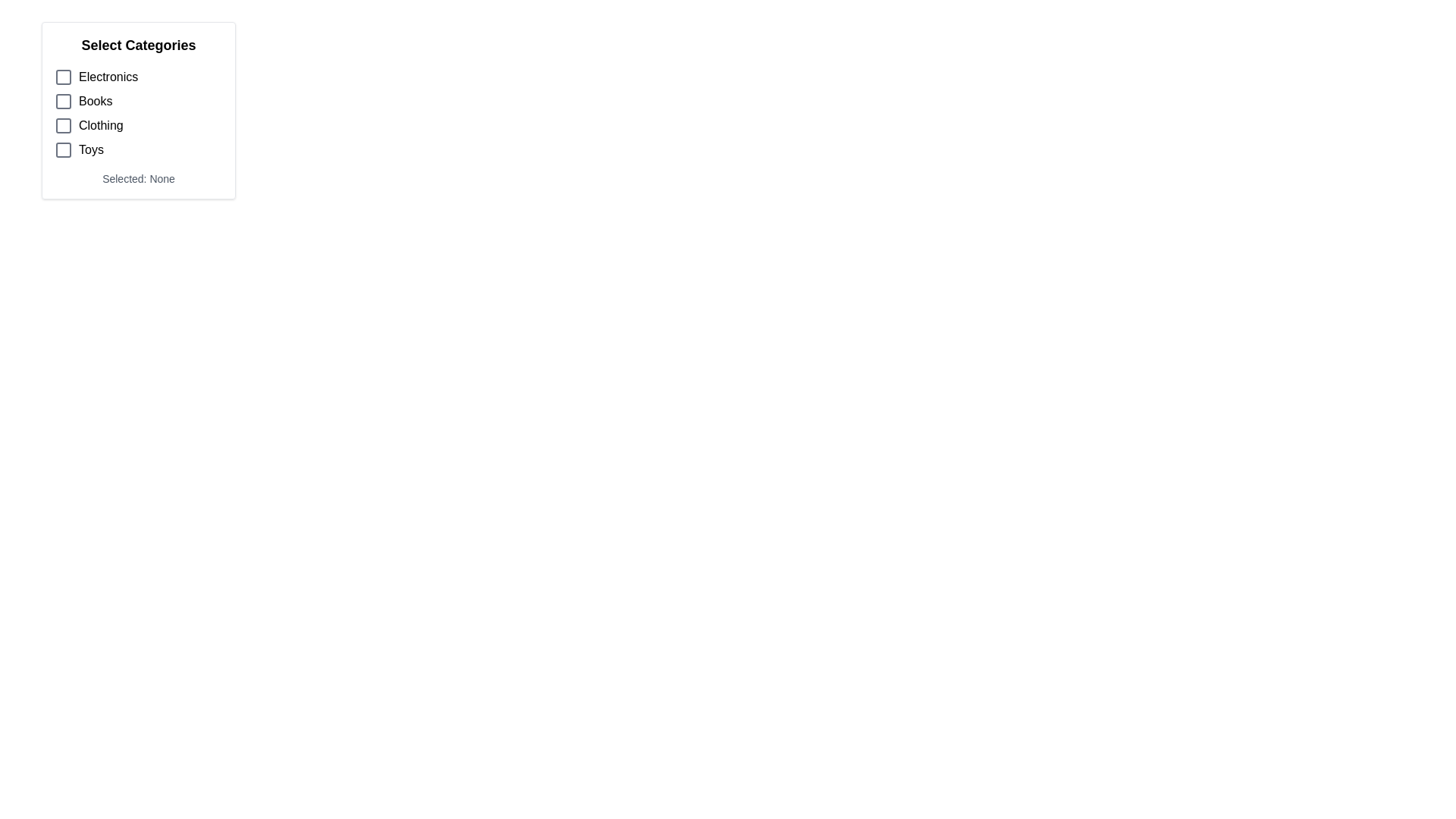 This screenshot has width=1456, height=819. Describe the element at coordinates (62, 102) in the screenshot. I see `the checkbox marker, which is the second item in a list of four checkboxes, to select it` at that location.